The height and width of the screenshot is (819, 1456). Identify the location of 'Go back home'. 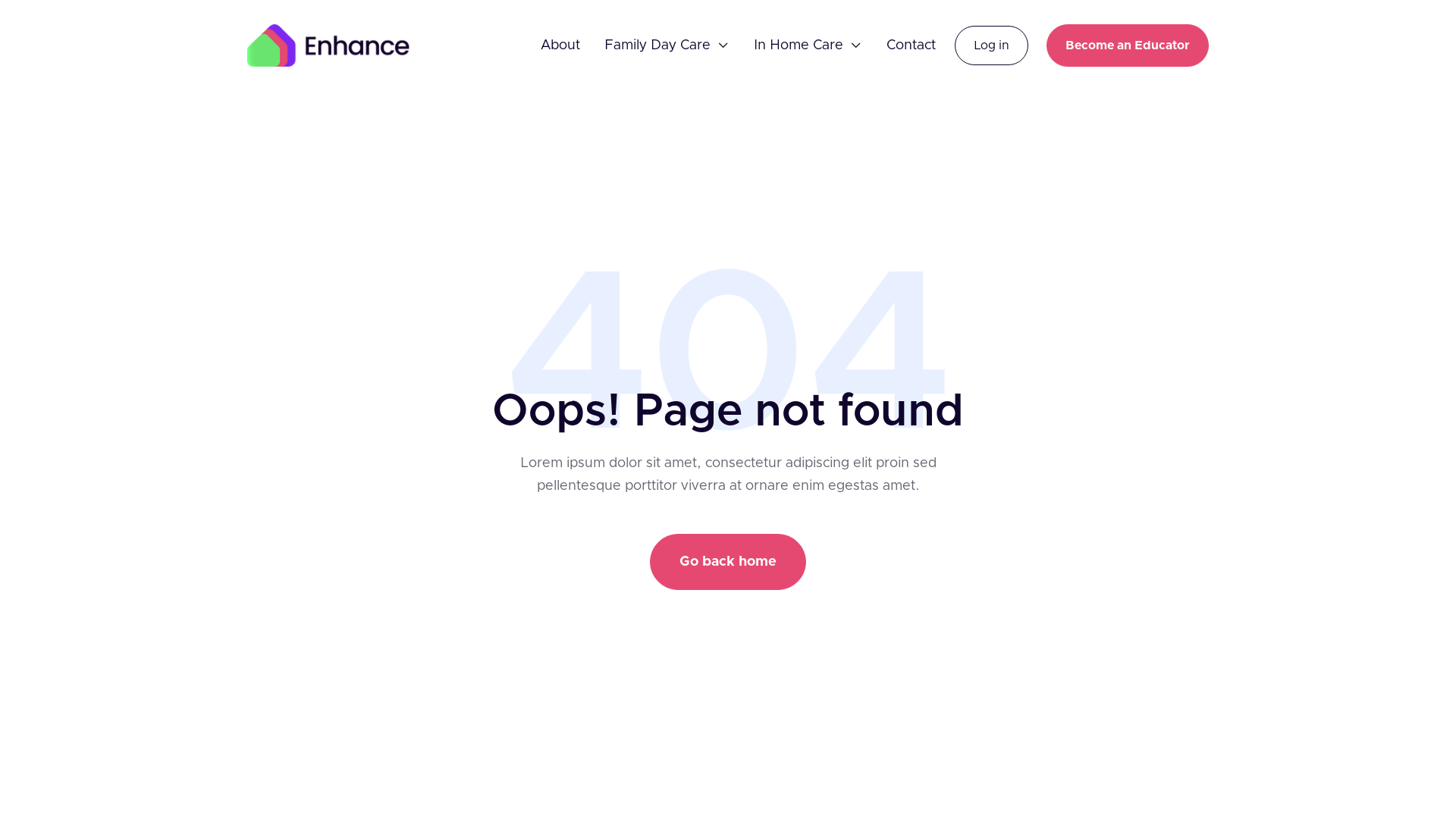
(650, 561).